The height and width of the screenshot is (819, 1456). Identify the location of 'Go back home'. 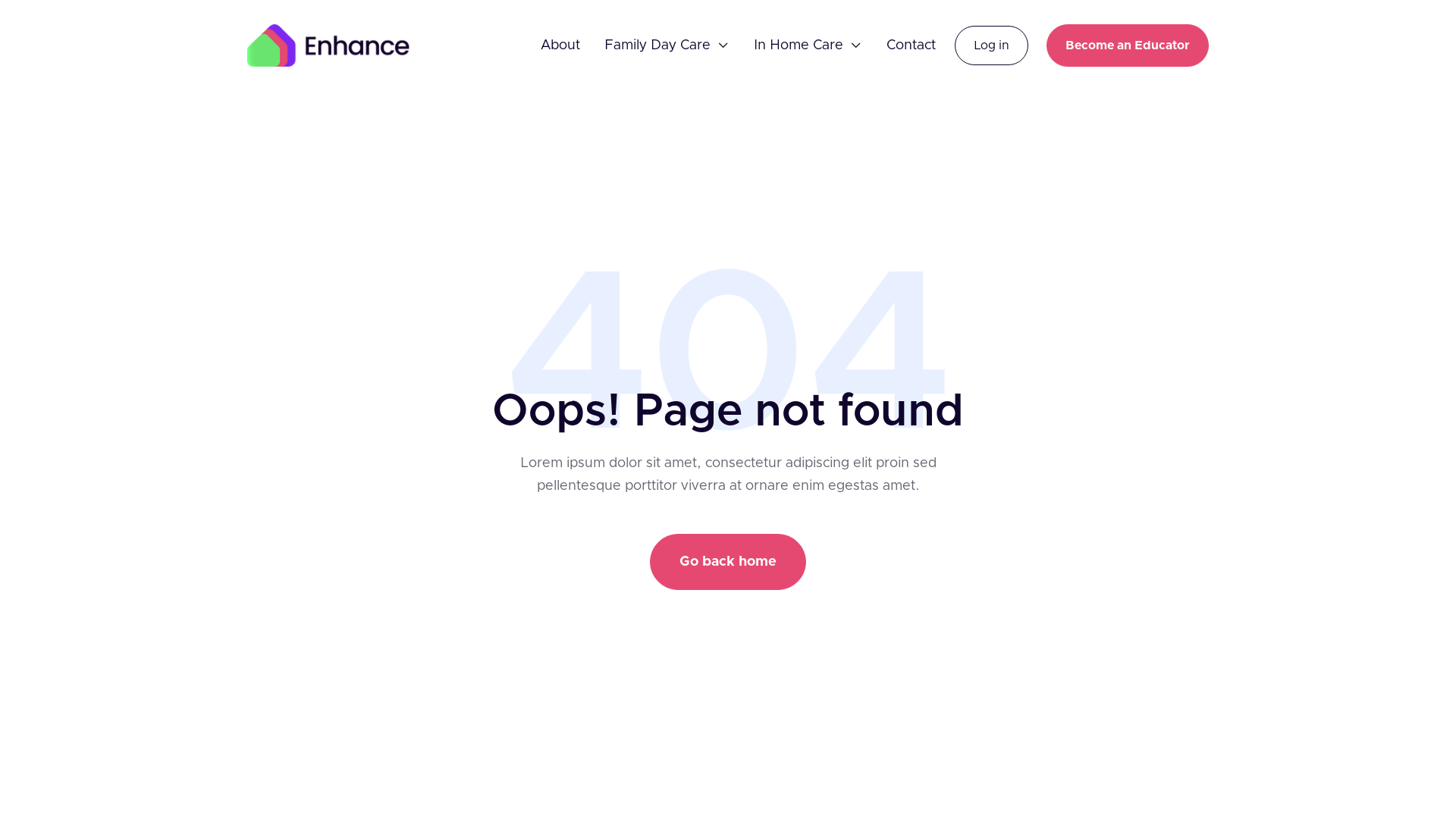
(650, 561).